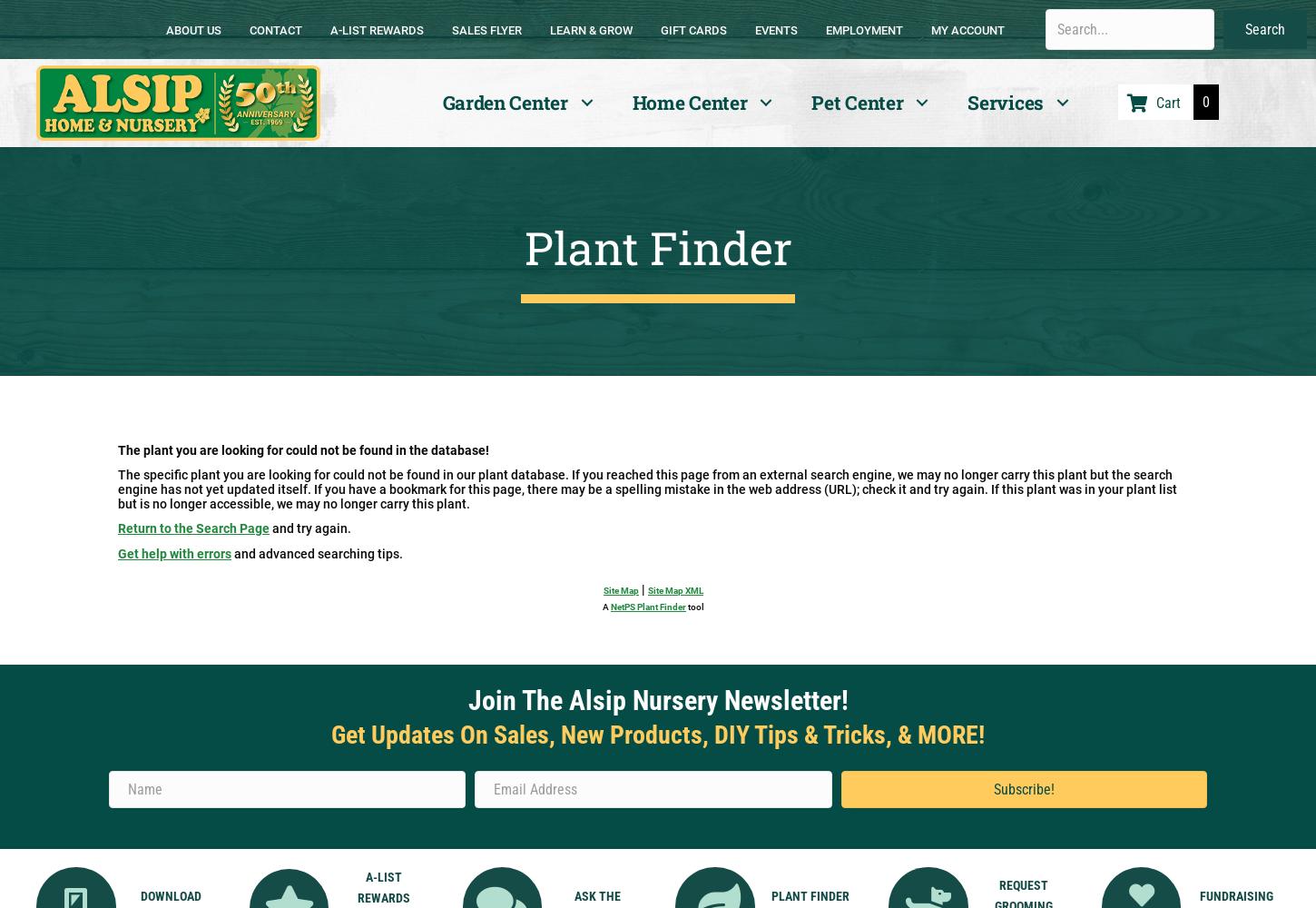 This screenshot has height=908, width=1316. Describe the element at coordinates (992, 787) in the screenshot. I see `'Subscribe!'` at that location.